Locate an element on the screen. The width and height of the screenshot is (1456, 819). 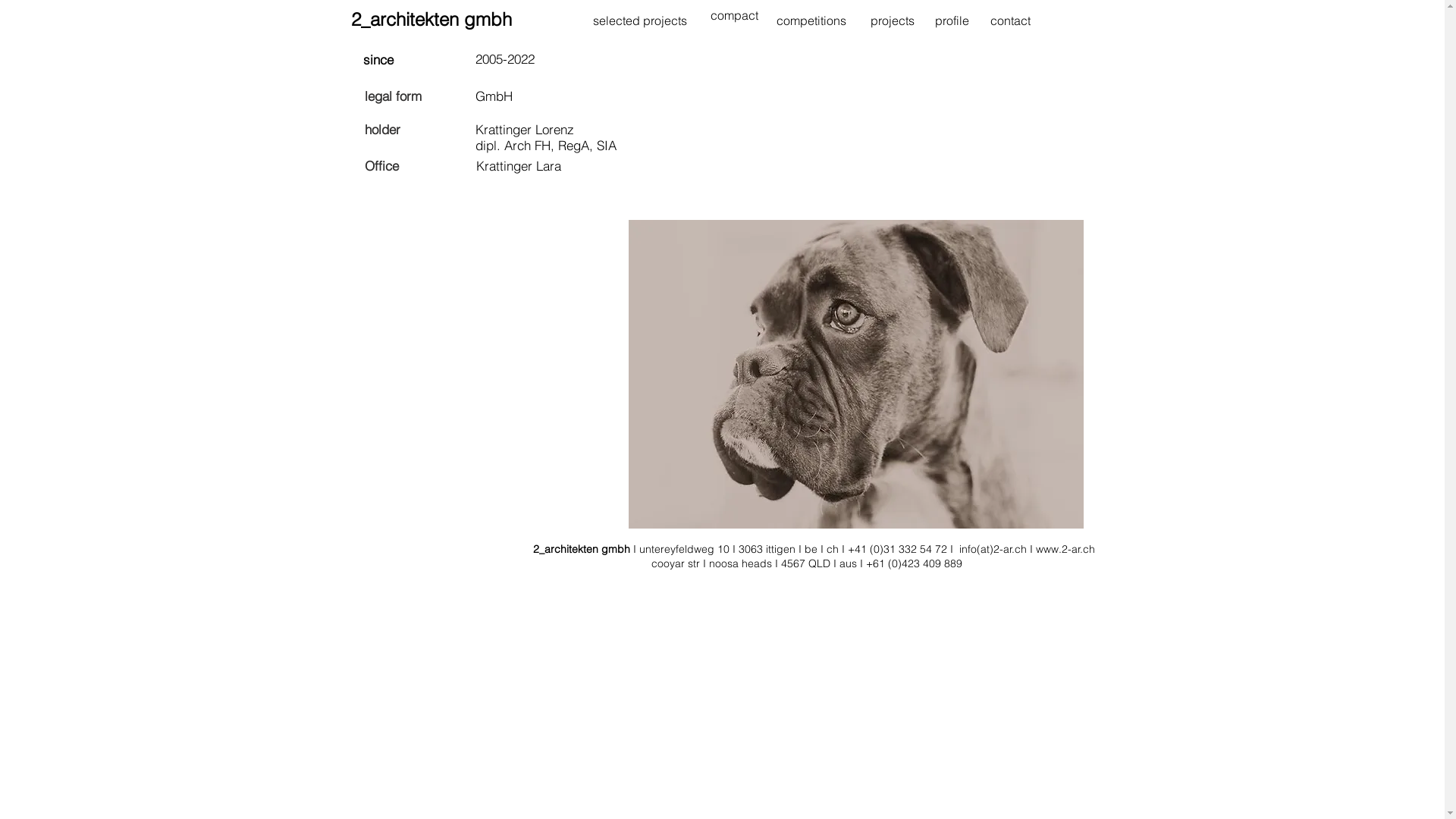
'projects' is located at coordinates (892, 20).